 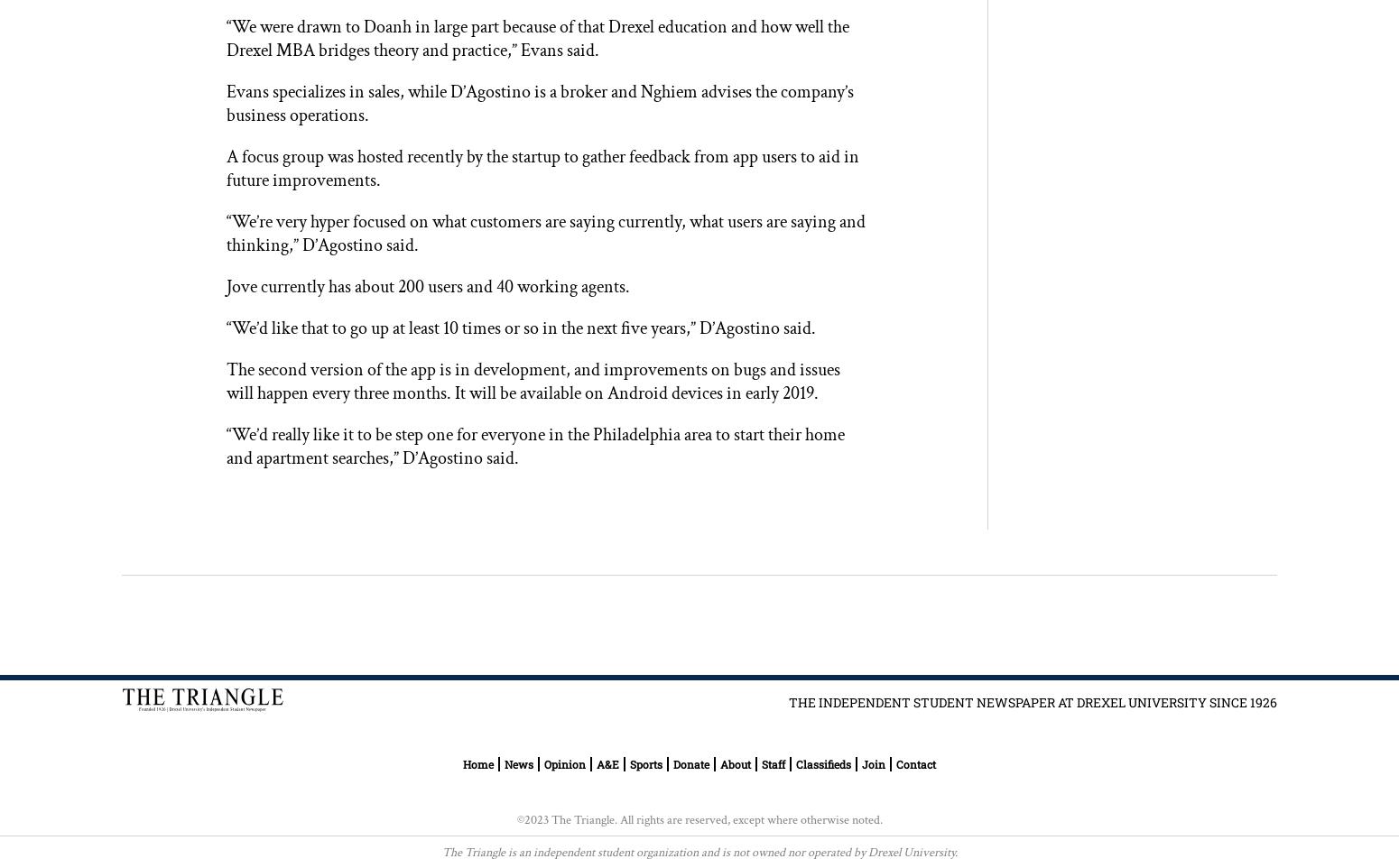 I want to click on '©2023 The Triangle. All rights are reserved, except where otherwise noted.', so click(x=515, y=818).